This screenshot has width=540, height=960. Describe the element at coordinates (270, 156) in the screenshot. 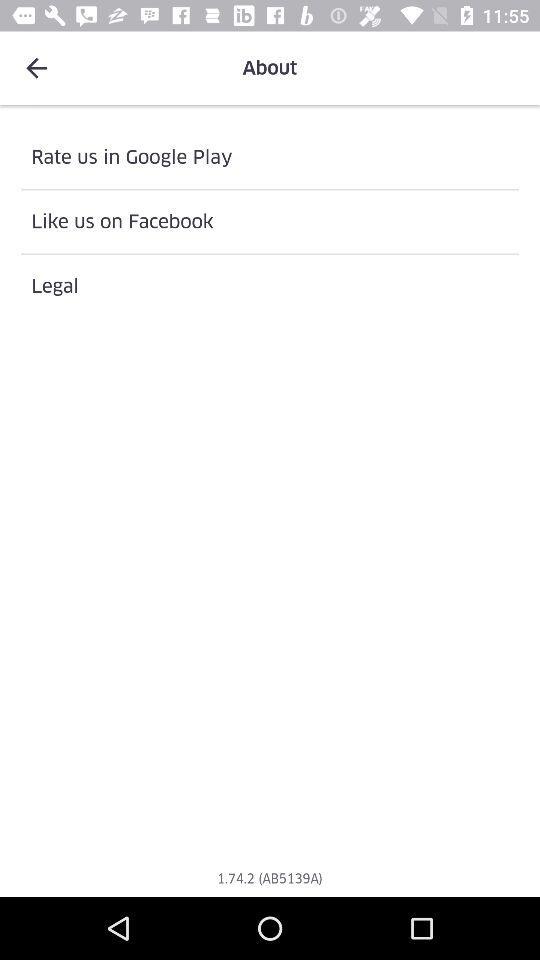

I see `icon above the like us on icon` at that location.